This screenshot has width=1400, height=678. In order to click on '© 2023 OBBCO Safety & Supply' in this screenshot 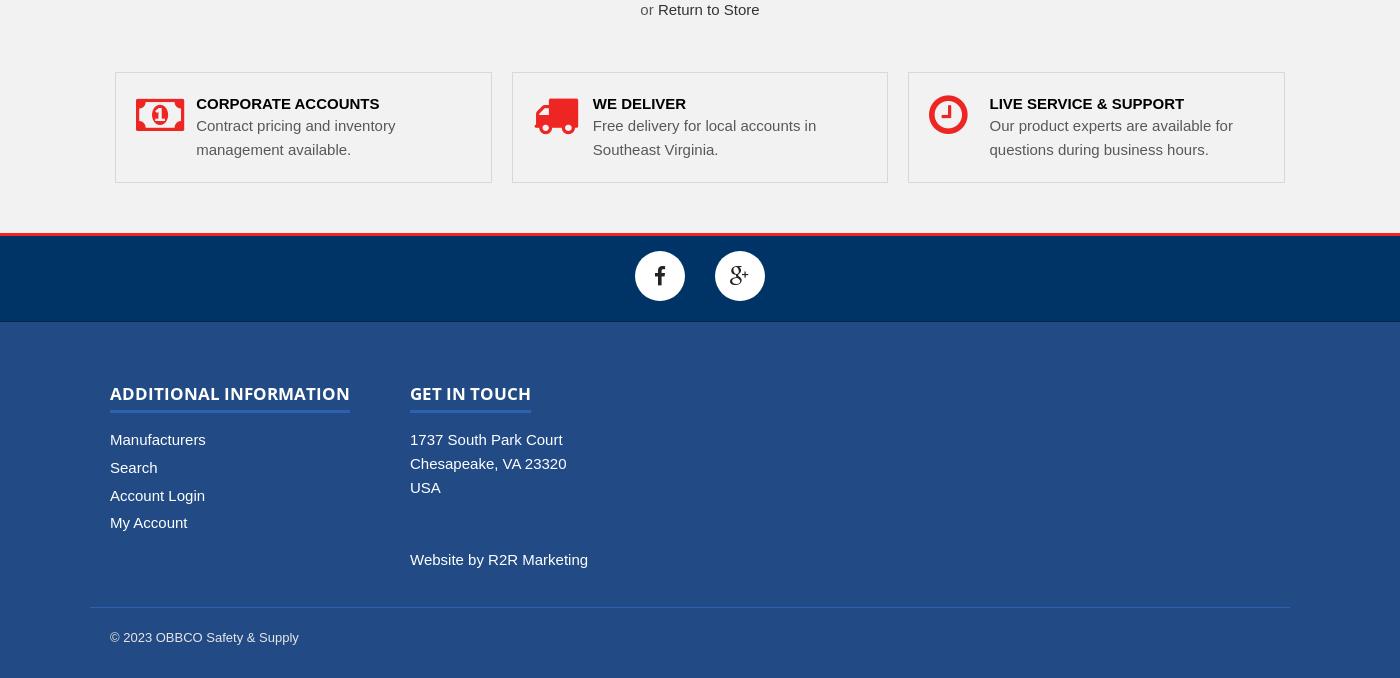, I will do `click(203, 637)`.